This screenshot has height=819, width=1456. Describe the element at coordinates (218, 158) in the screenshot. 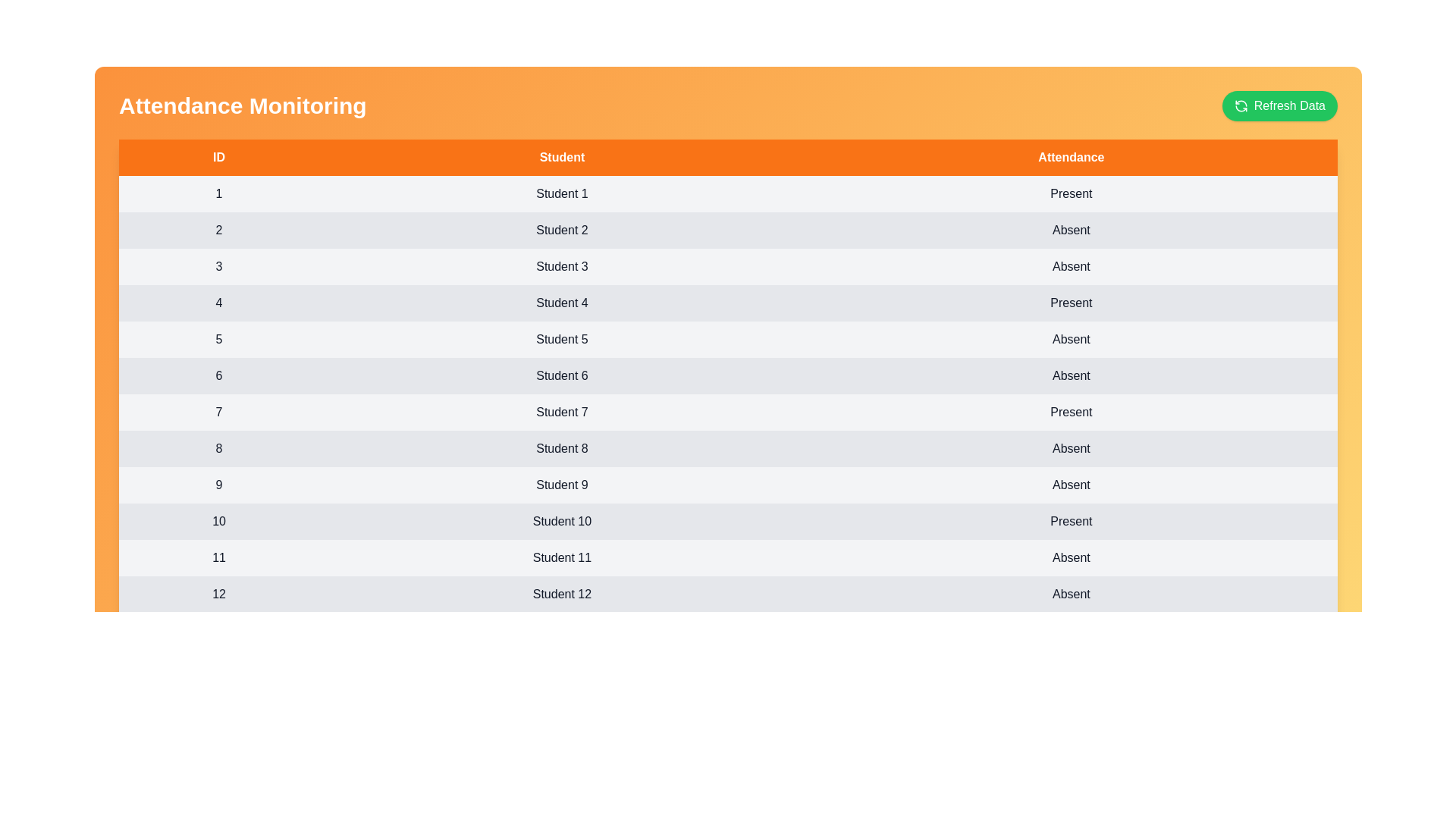

I see `the header ID to sort the table by that column` at that location.